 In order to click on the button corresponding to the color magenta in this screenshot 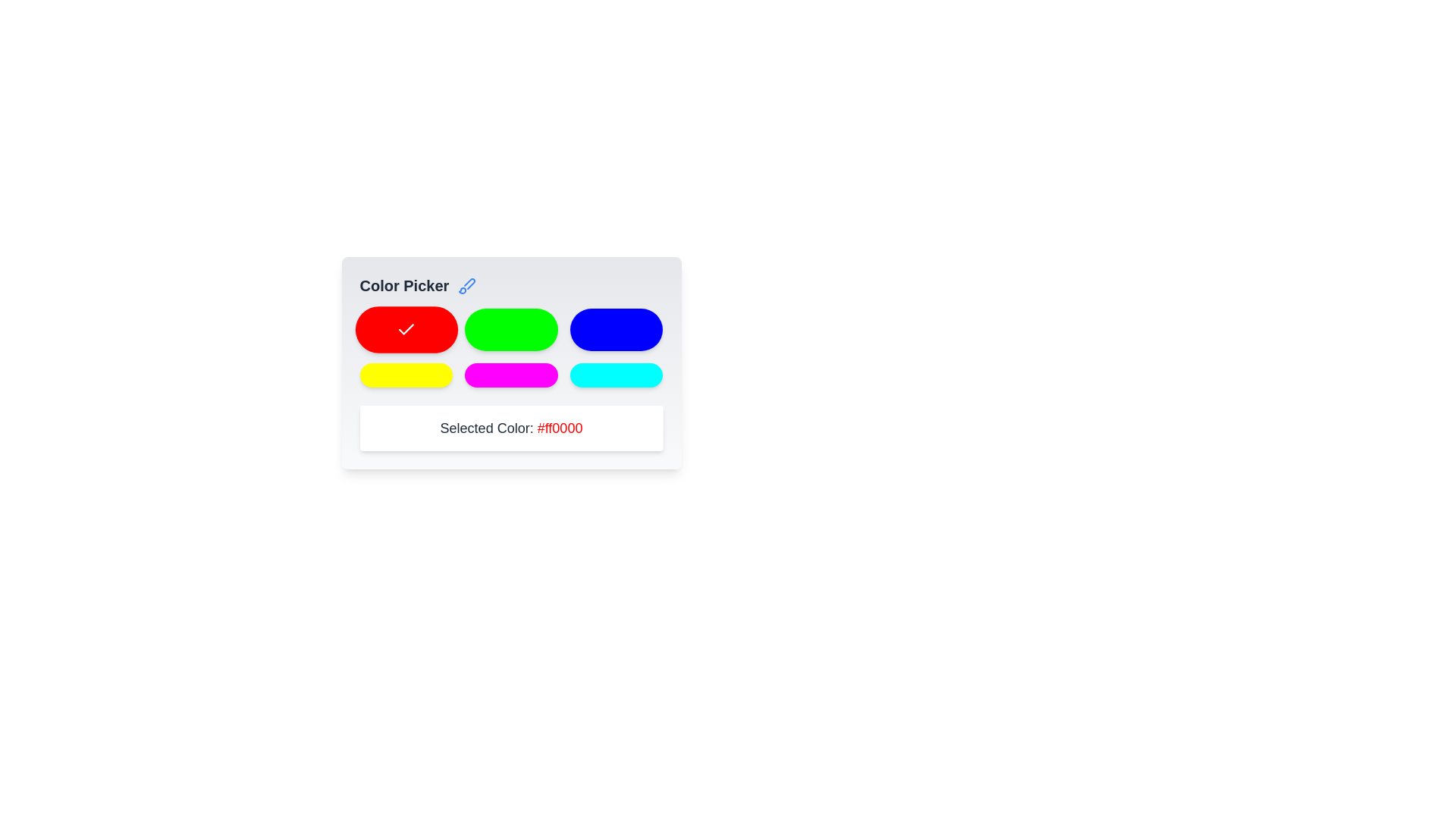, I will do `click(511, 375)`.